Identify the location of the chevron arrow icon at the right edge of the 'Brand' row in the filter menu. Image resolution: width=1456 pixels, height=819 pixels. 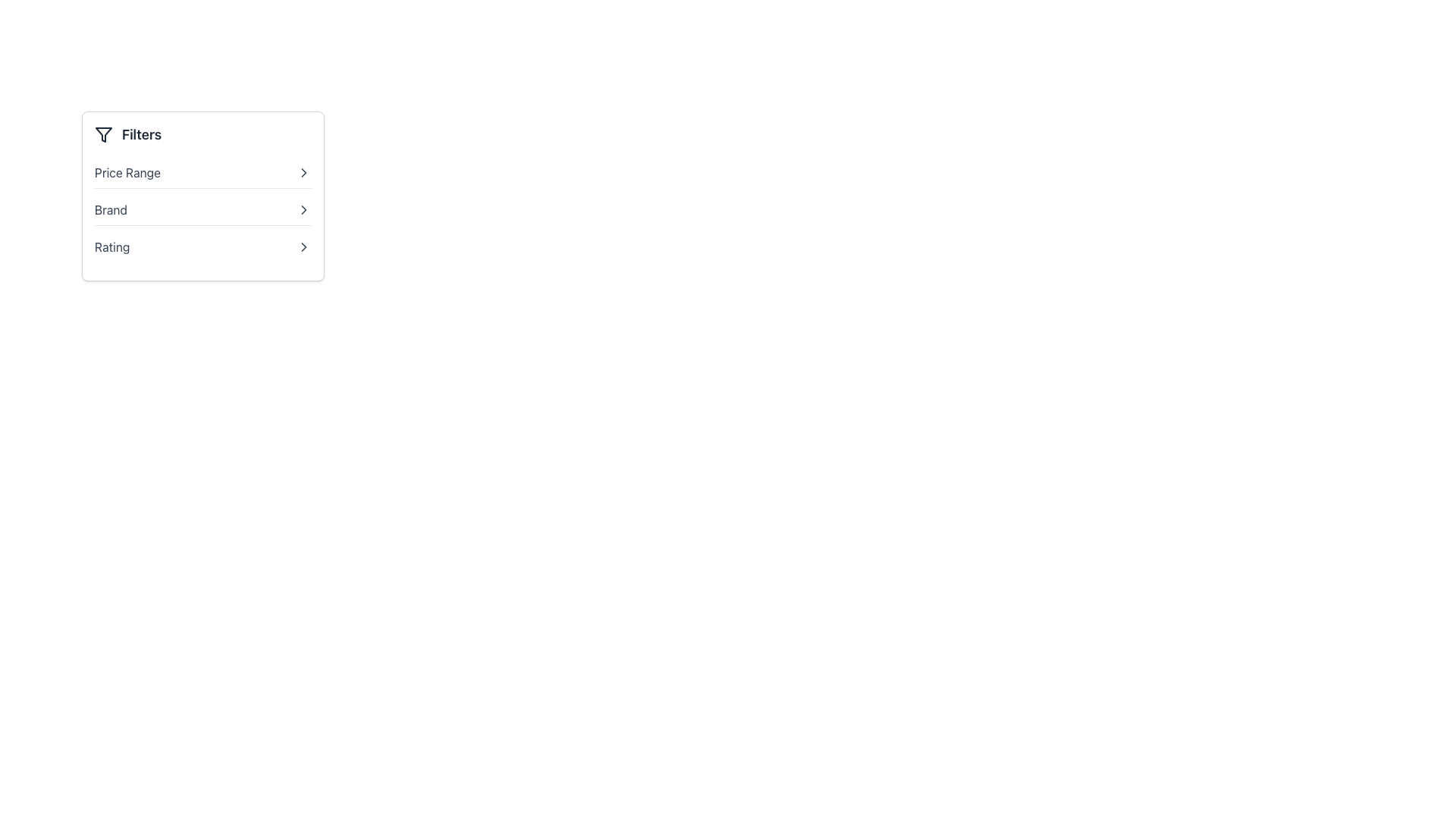
(303, 210).